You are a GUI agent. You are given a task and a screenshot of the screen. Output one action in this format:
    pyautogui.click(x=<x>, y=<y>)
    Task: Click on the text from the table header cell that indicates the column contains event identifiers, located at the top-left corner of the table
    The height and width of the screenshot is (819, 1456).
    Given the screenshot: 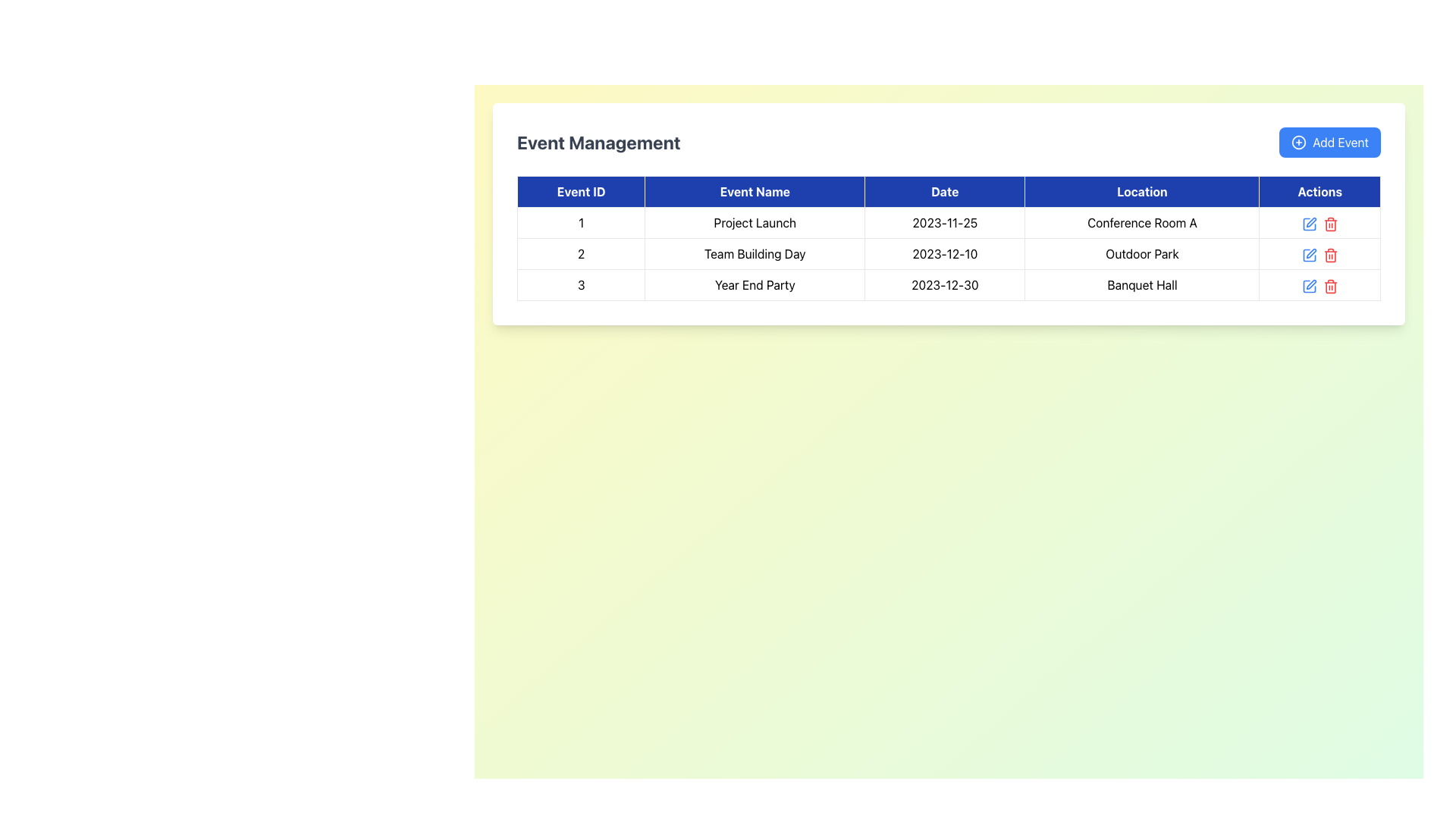 What is the action you would take?
    pyautogui.click(x=580, y=191)
    